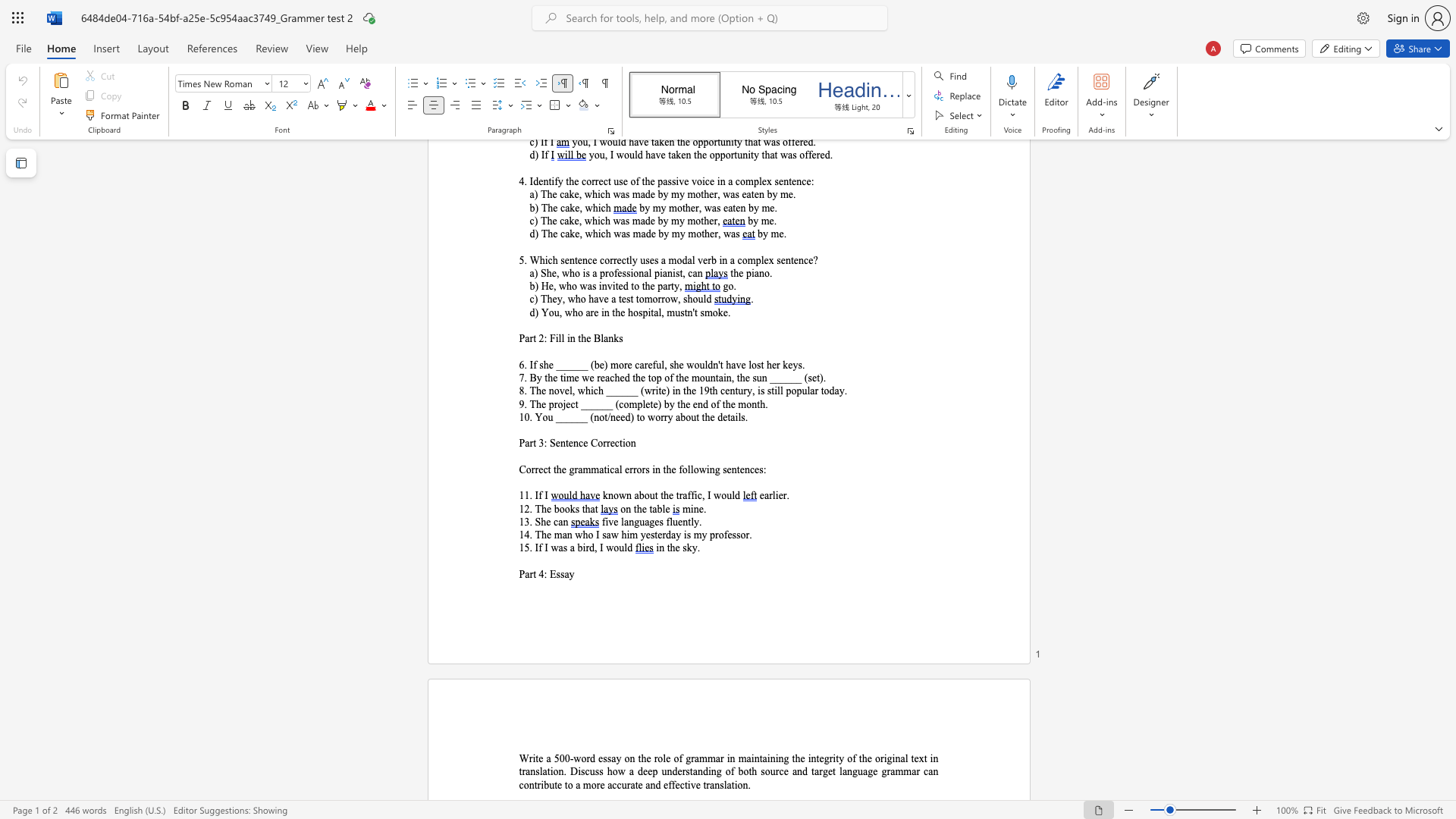  Describe the element at coordinates (706, 495) in the screenshot. I see `the subset text "I wo" within the text "known about the traffic, I would"` at that location.